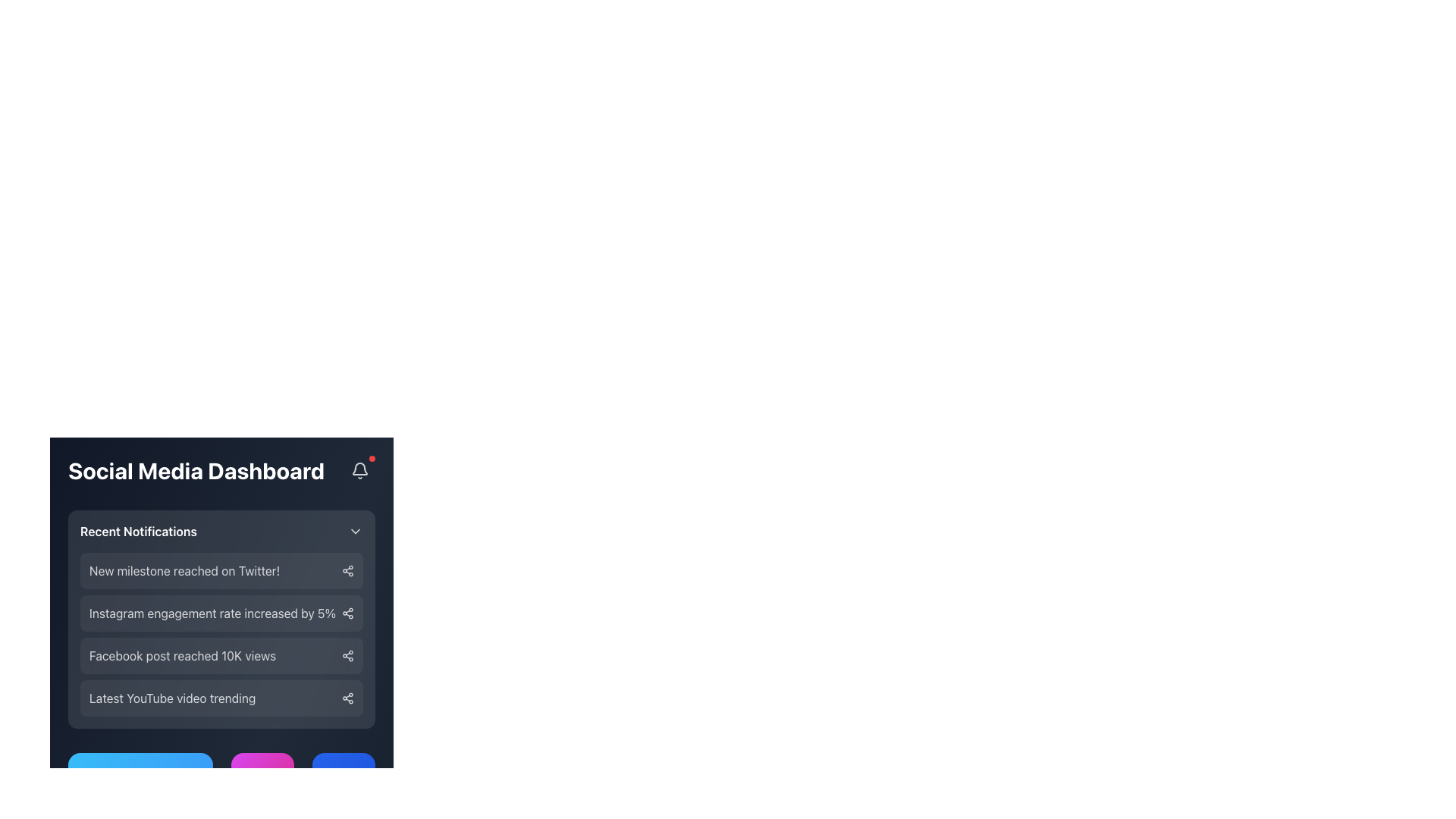 The image size is (1456, 819). Describe the element at coordinates (221, 635) in the screenshot. I see `the second notification item in the 'Recent Notifications' panel` at that location.